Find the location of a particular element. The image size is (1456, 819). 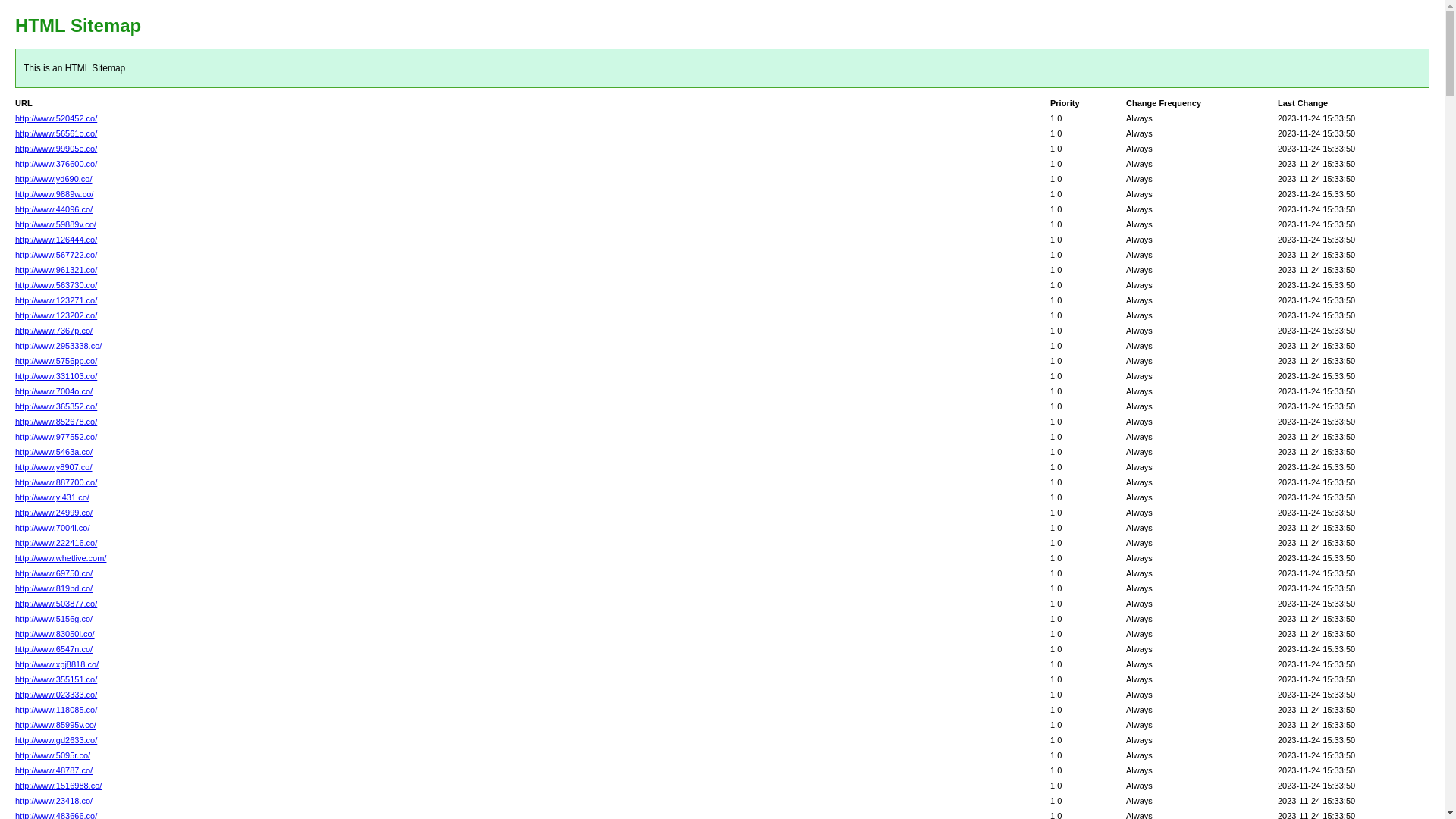

'http://www.563730.co/' is located at coordinates (55, 284).